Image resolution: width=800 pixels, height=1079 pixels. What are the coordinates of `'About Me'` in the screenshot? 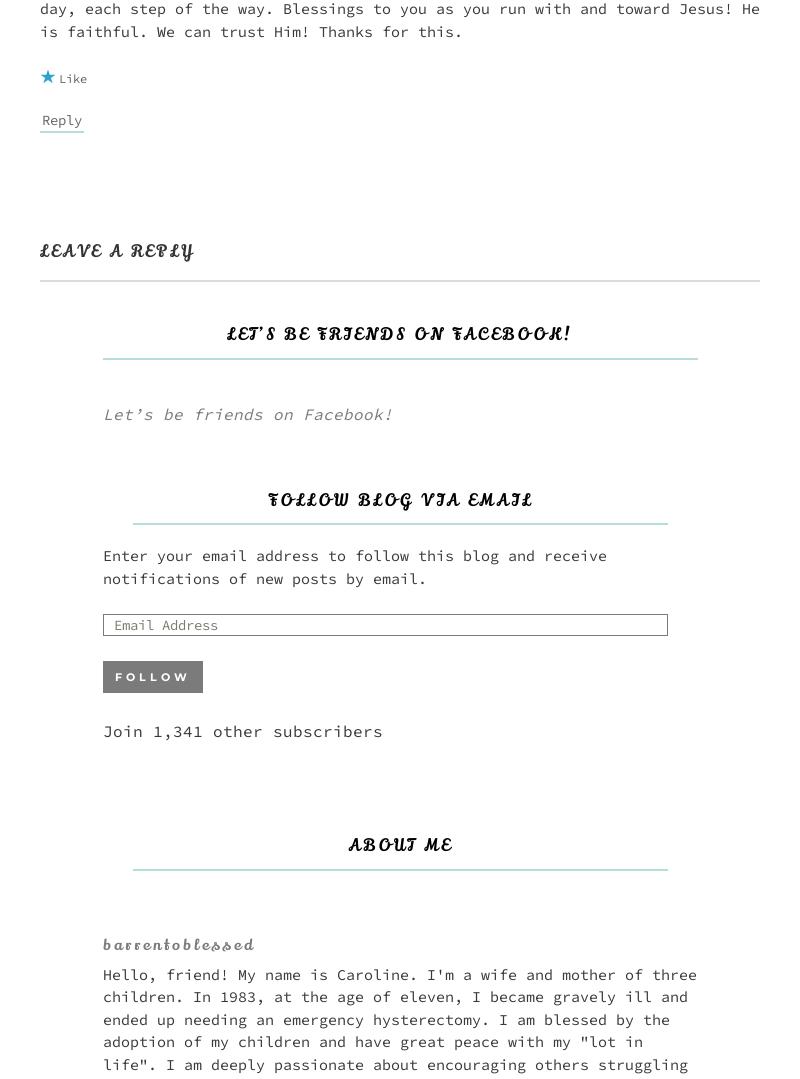 It's located at (400, 845).